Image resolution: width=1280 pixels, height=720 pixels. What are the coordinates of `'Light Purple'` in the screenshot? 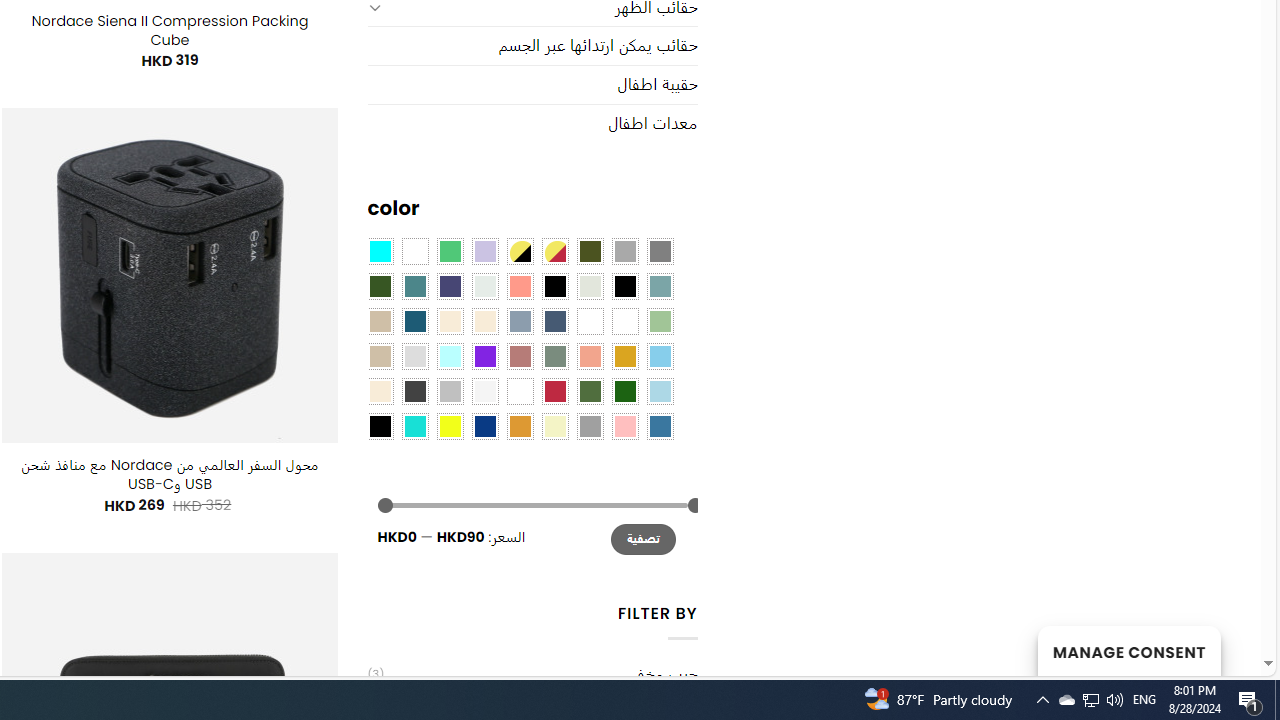 It's located at (485, 250).